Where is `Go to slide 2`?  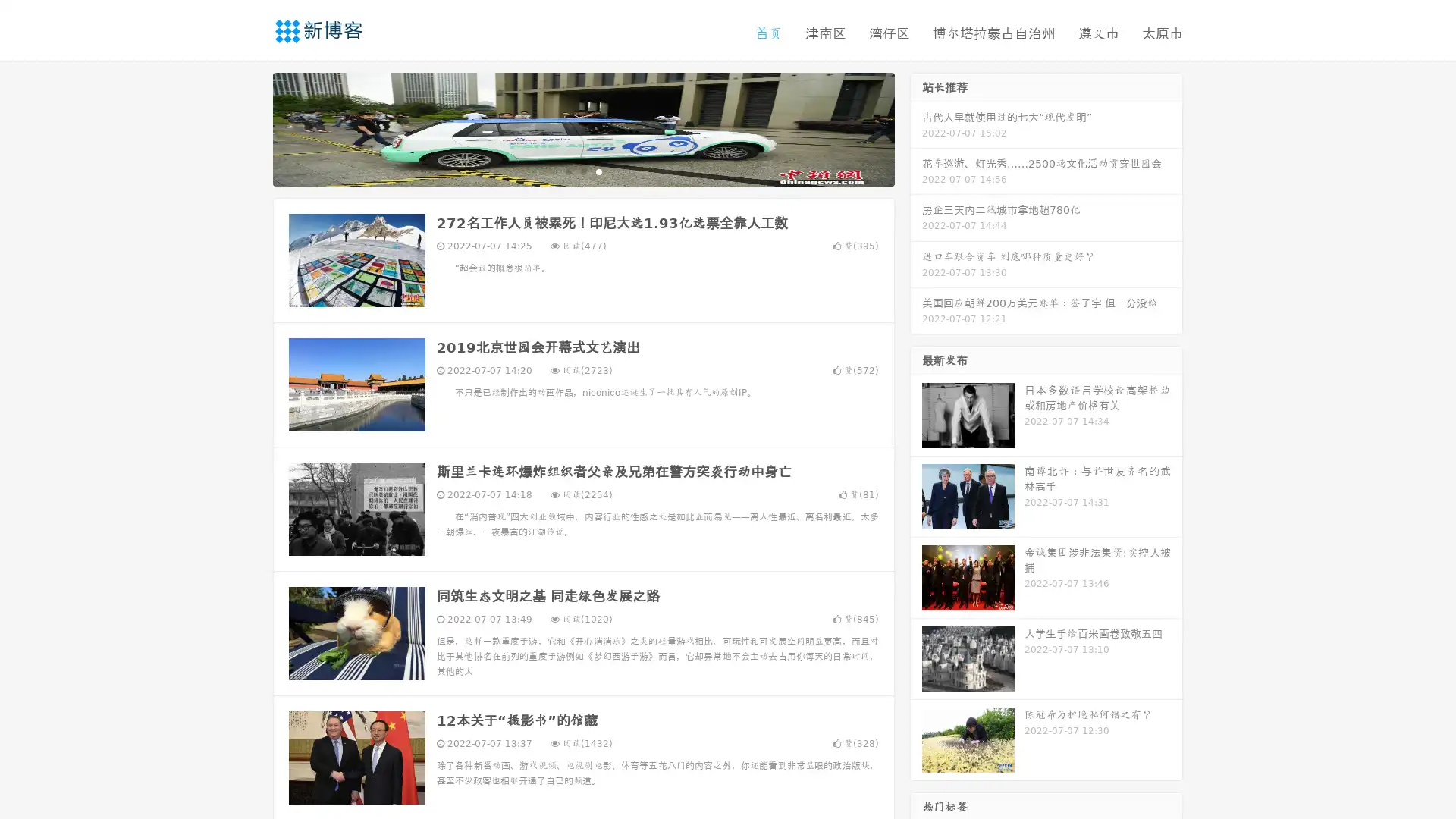
Go to slide 2 is located at coordinates (582, 171).